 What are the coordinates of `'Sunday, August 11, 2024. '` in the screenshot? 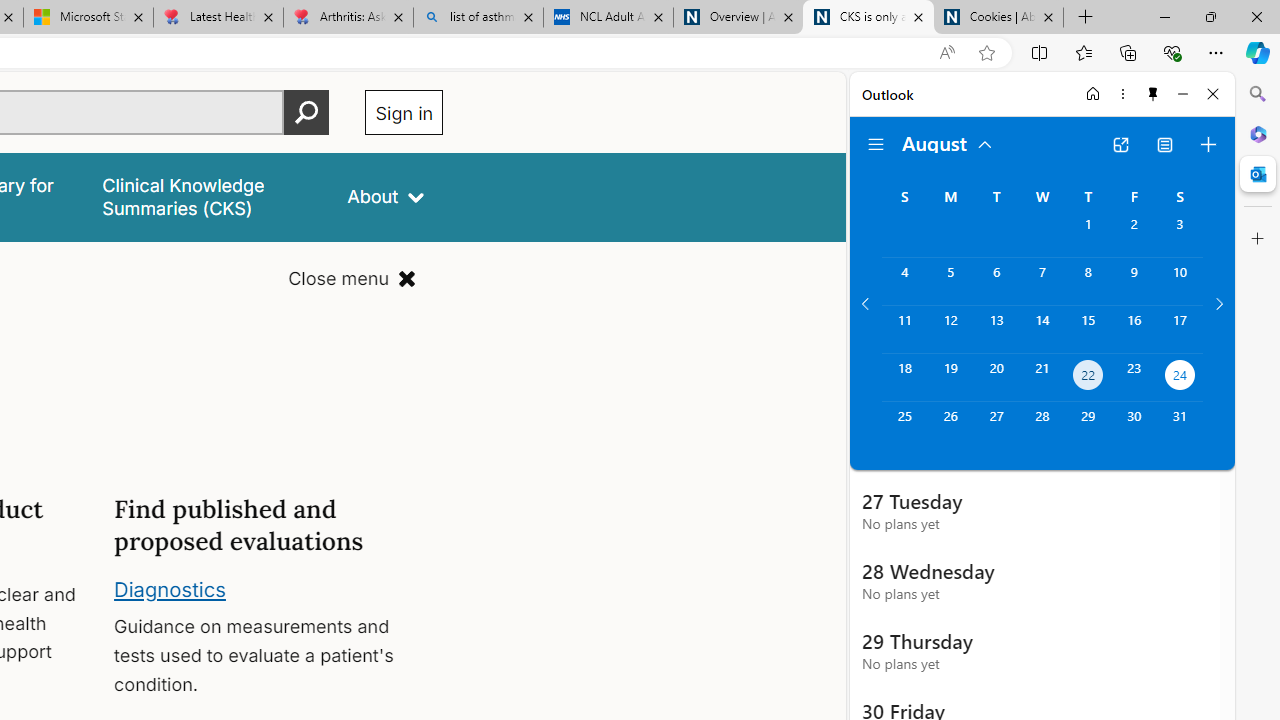 It's located at (903, 328).